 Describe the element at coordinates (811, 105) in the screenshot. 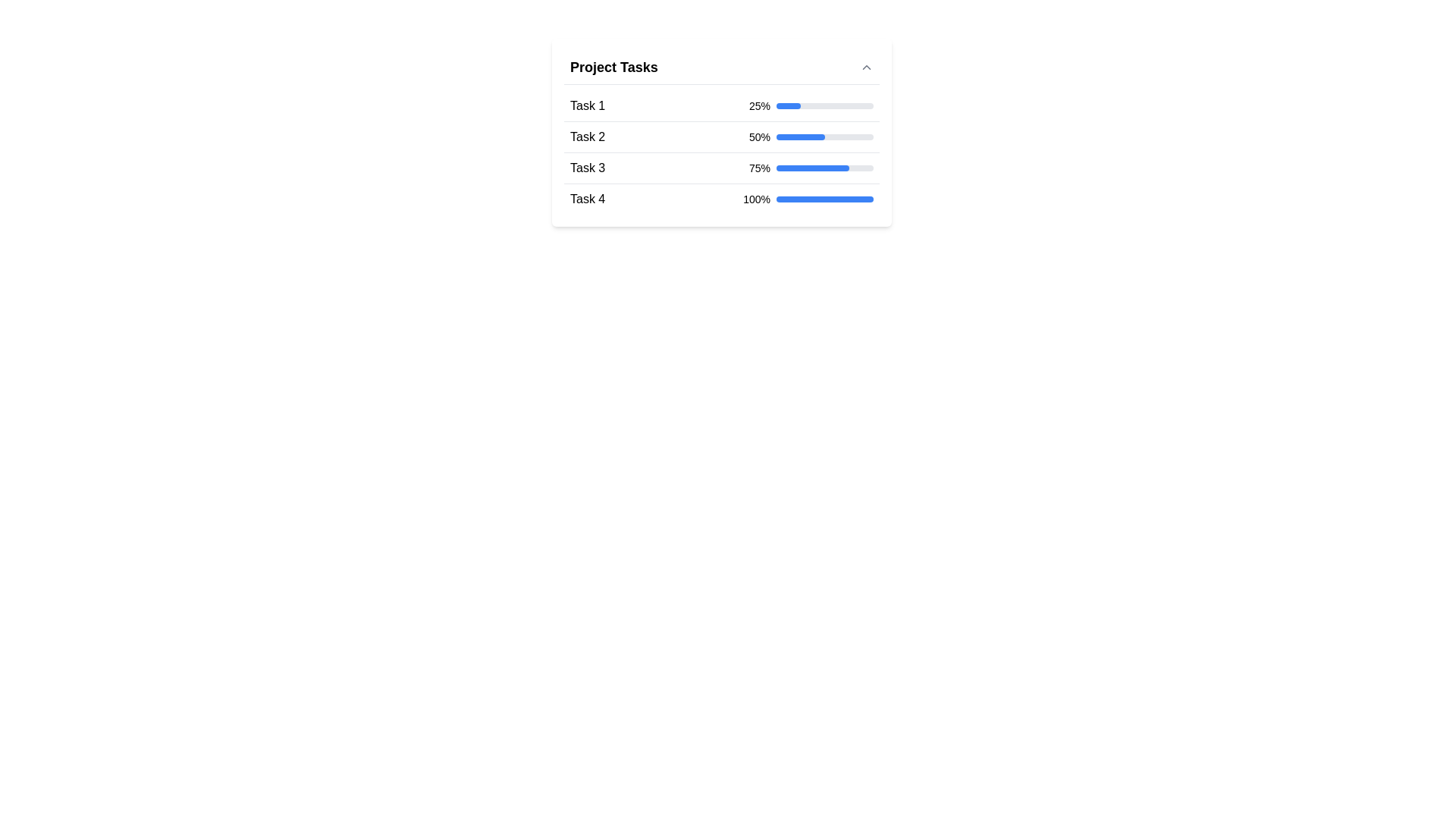

I see `percentage value from the progress bar labeled 'Task 1' in the 'Project Tasks' list, which displays '25%' to the left of the blue filled segment` at that location.